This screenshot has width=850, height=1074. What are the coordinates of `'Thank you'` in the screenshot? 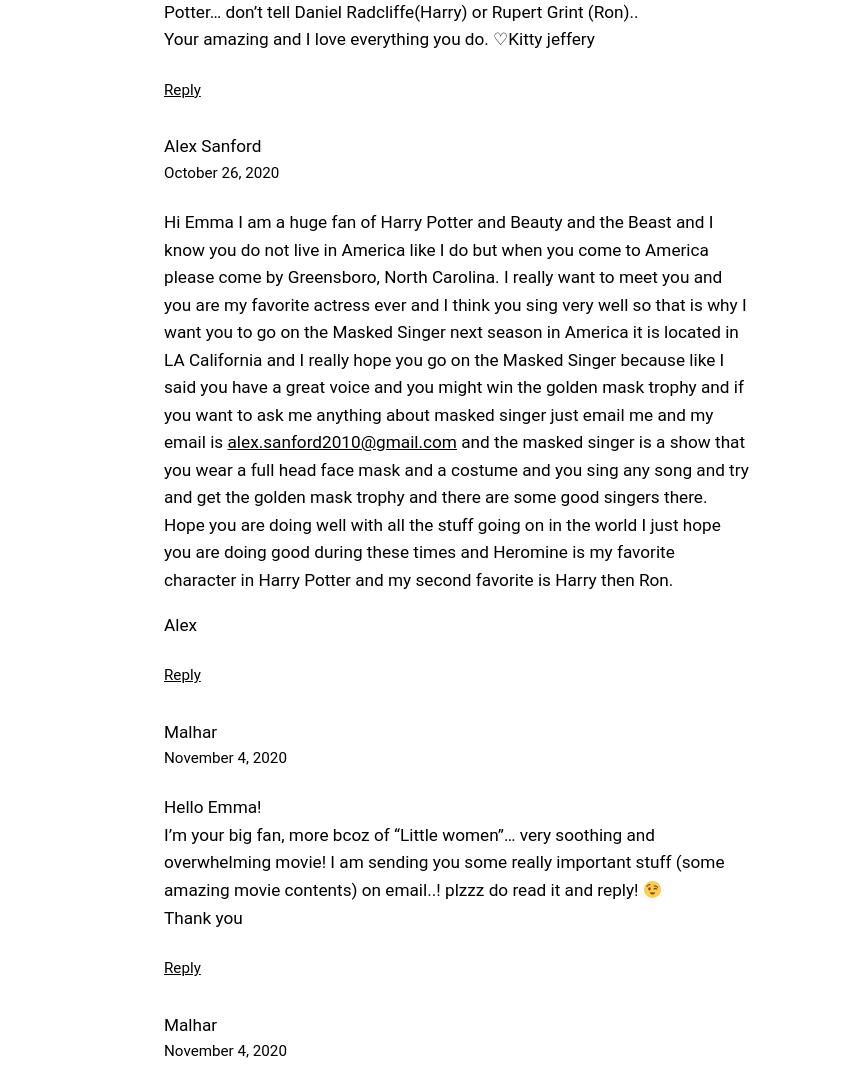 It's located at (201, 916).